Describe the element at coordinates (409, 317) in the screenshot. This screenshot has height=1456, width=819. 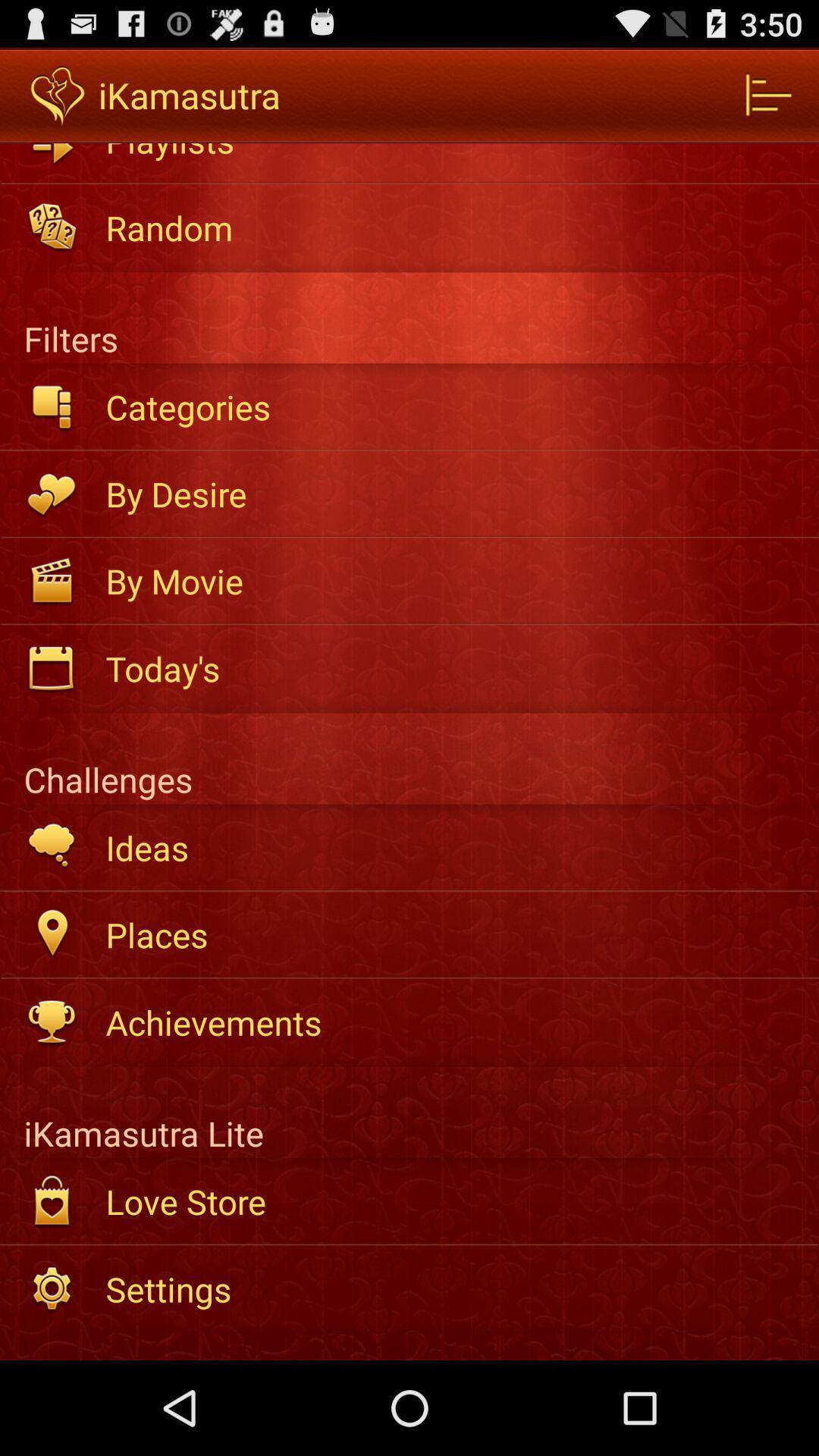
I see `the filters app` at that location.